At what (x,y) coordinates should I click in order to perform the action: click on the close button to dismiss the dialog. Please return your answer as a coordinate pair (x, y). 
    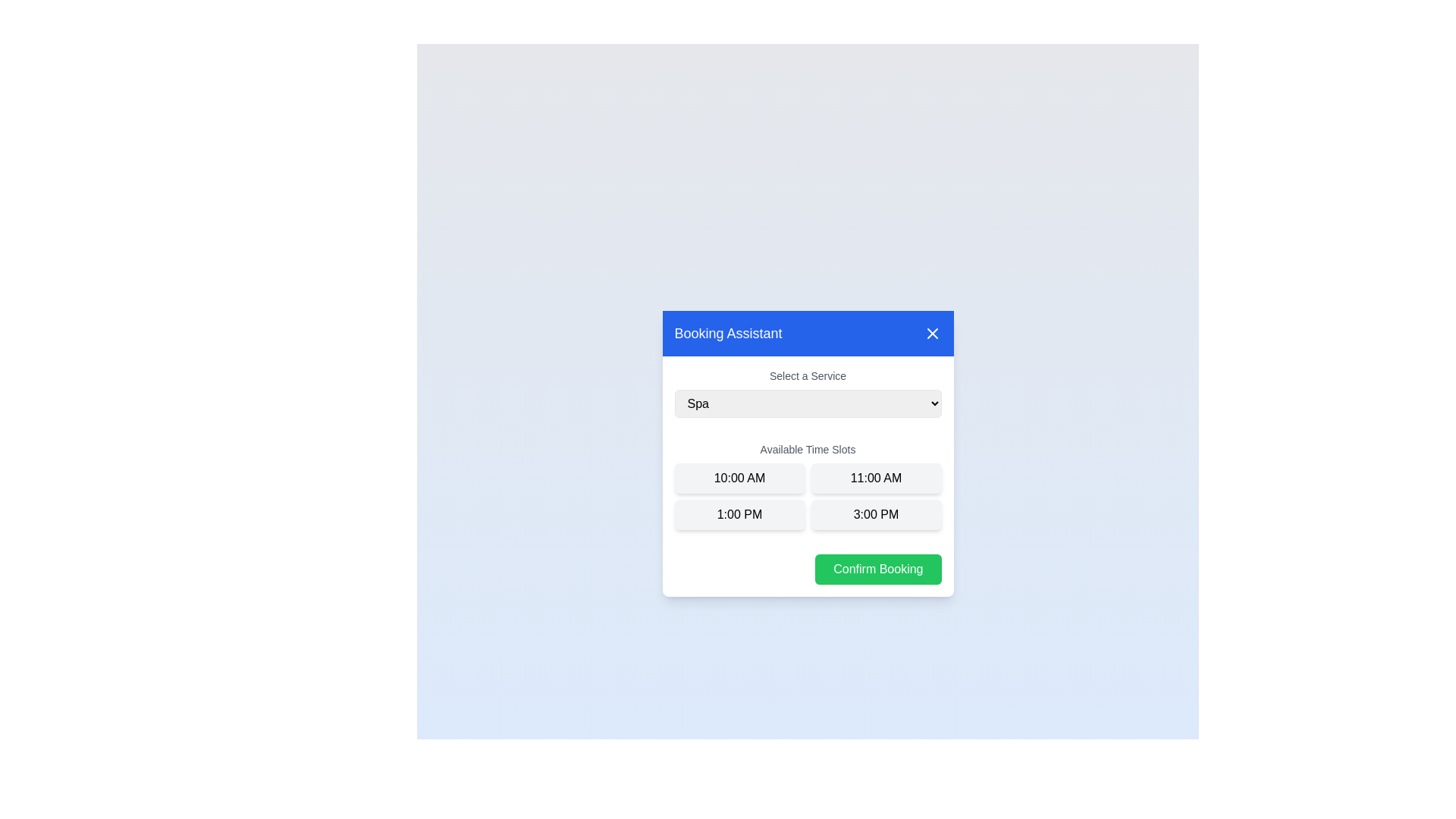
    Looking at the image, I should click on (931, 332).